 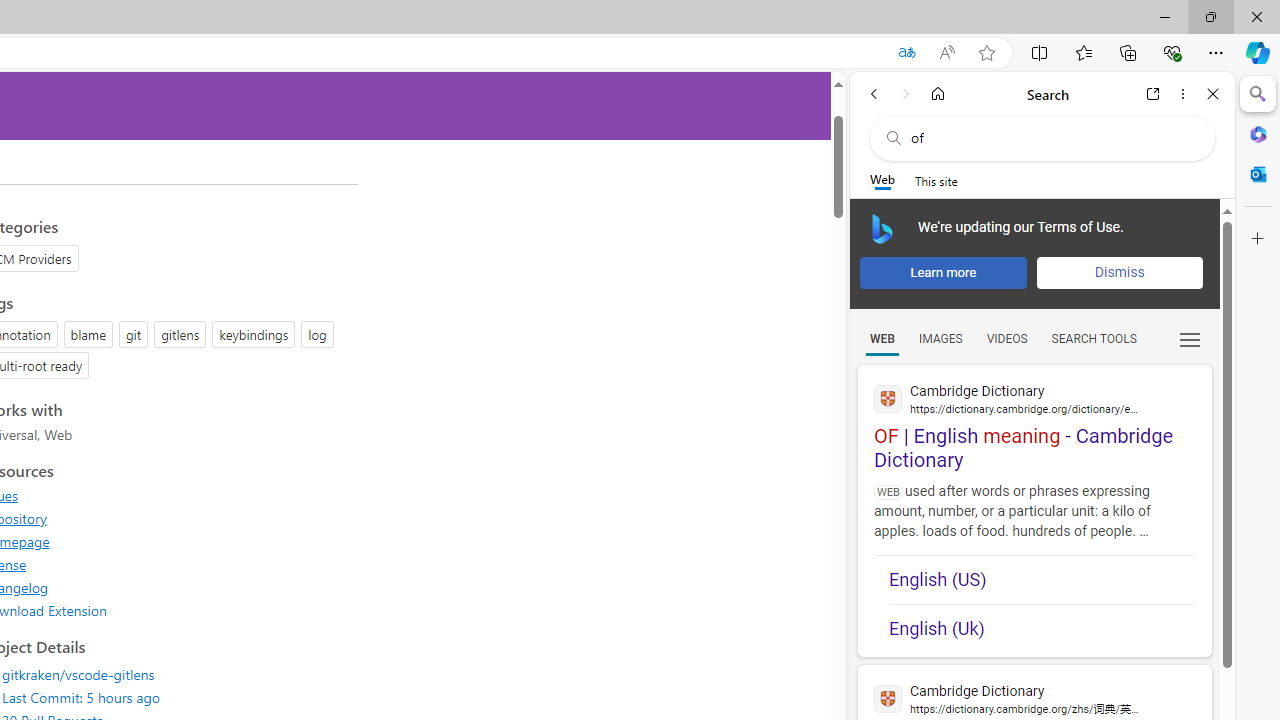 What do you see at coordinates (935, 180) in the screenshot?
I see `'This site scope'` at bounding box center [935, 180].